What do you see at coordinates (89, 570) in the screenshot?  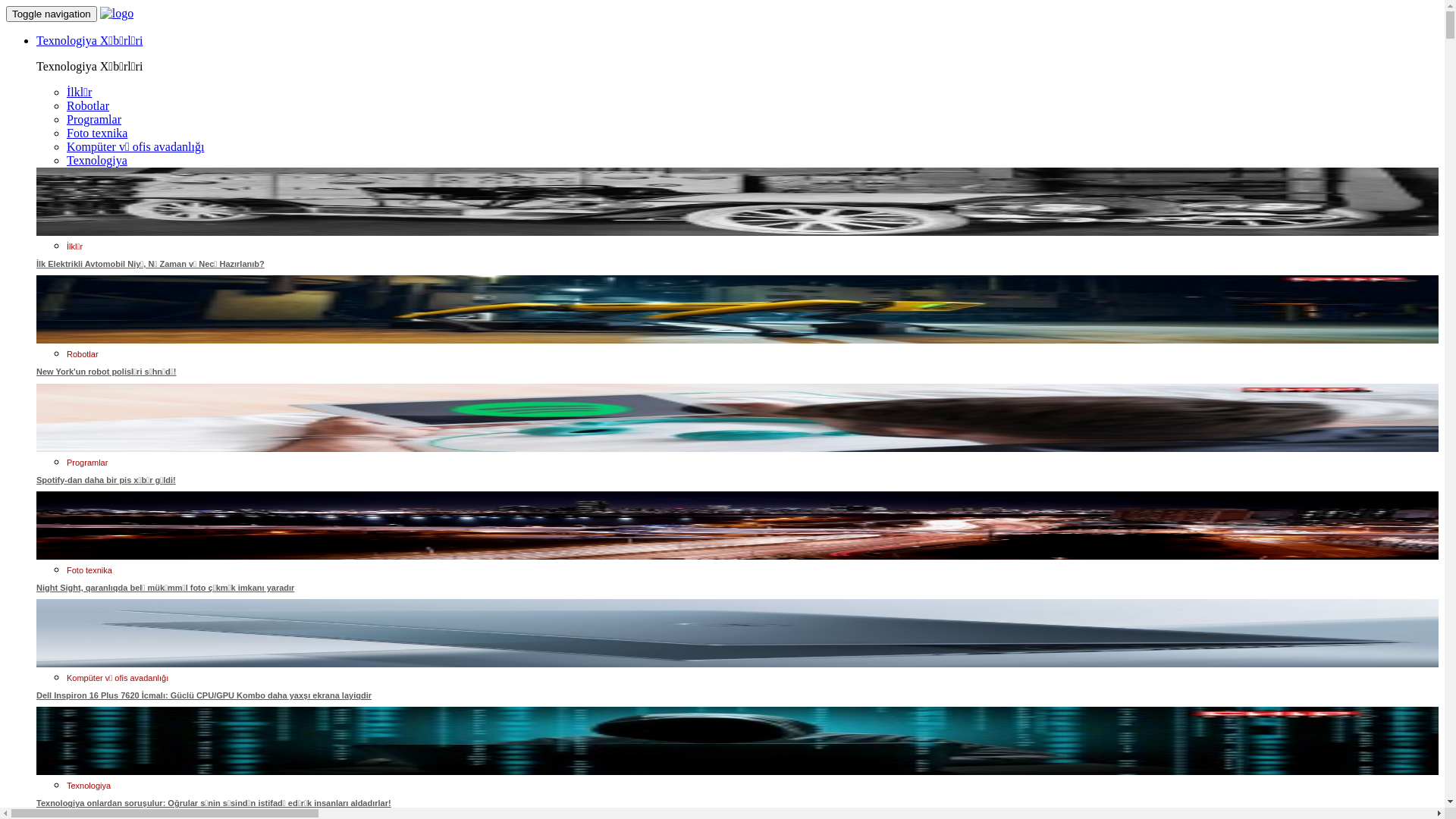 I see `'Foto texnika'` at bounding box center [89, 570].